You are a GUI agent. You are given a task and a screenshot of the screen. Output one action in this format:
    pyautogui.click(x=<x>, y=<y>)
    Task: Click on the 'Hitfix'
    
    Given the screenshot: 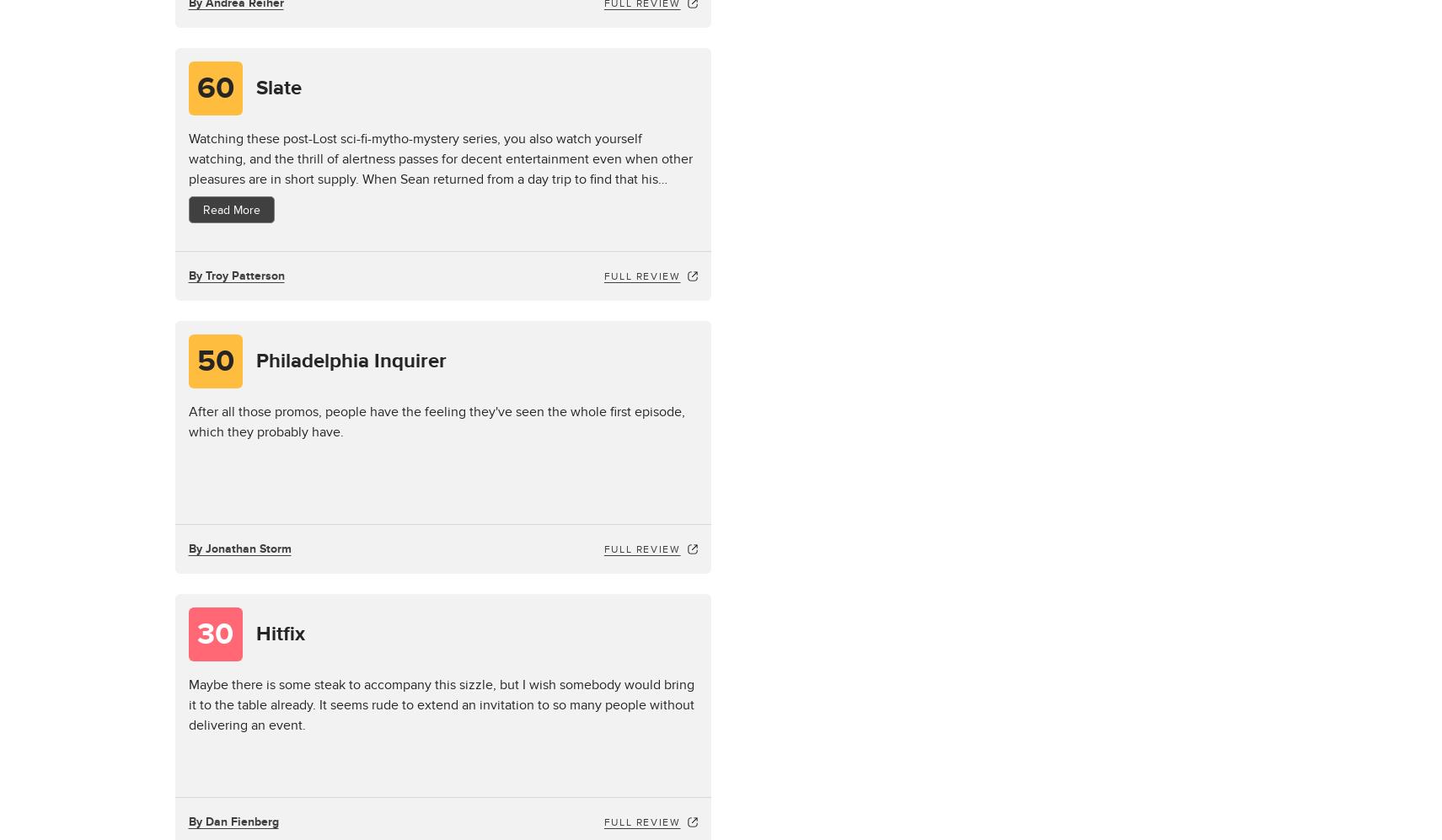 What is the action you would take?
    pyautogui.click(x=279, y=634)
    